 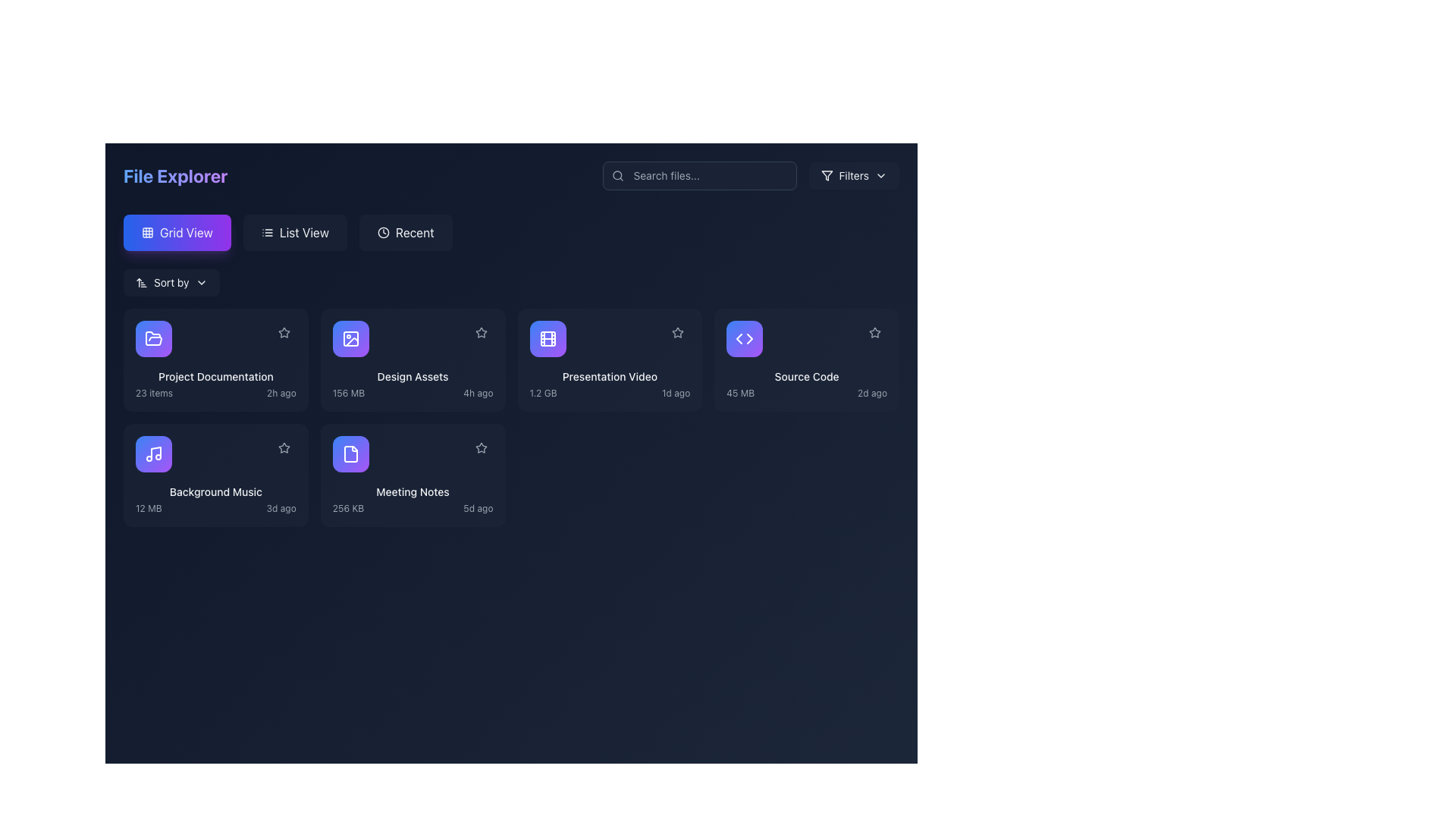 What do you see at coordinates (153, 453) in the screenshot?
I see `the 'Background Music' icon located in the top-left corner of the bottom-left card in the grid section` at bounding box center [153, 453].